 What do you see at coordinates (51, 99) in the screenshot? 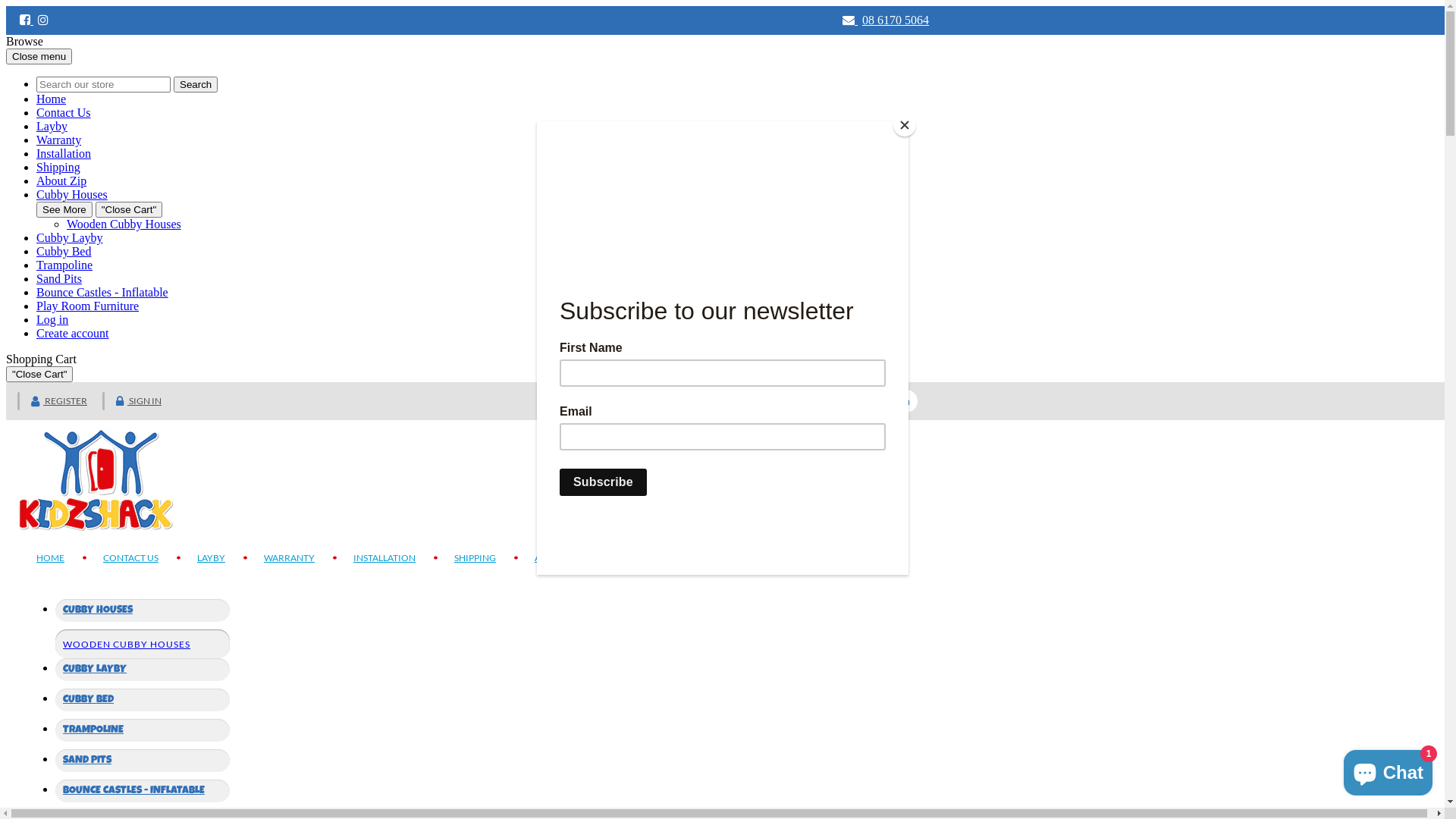
I see `'Home'` at bounding box center [51, 99].